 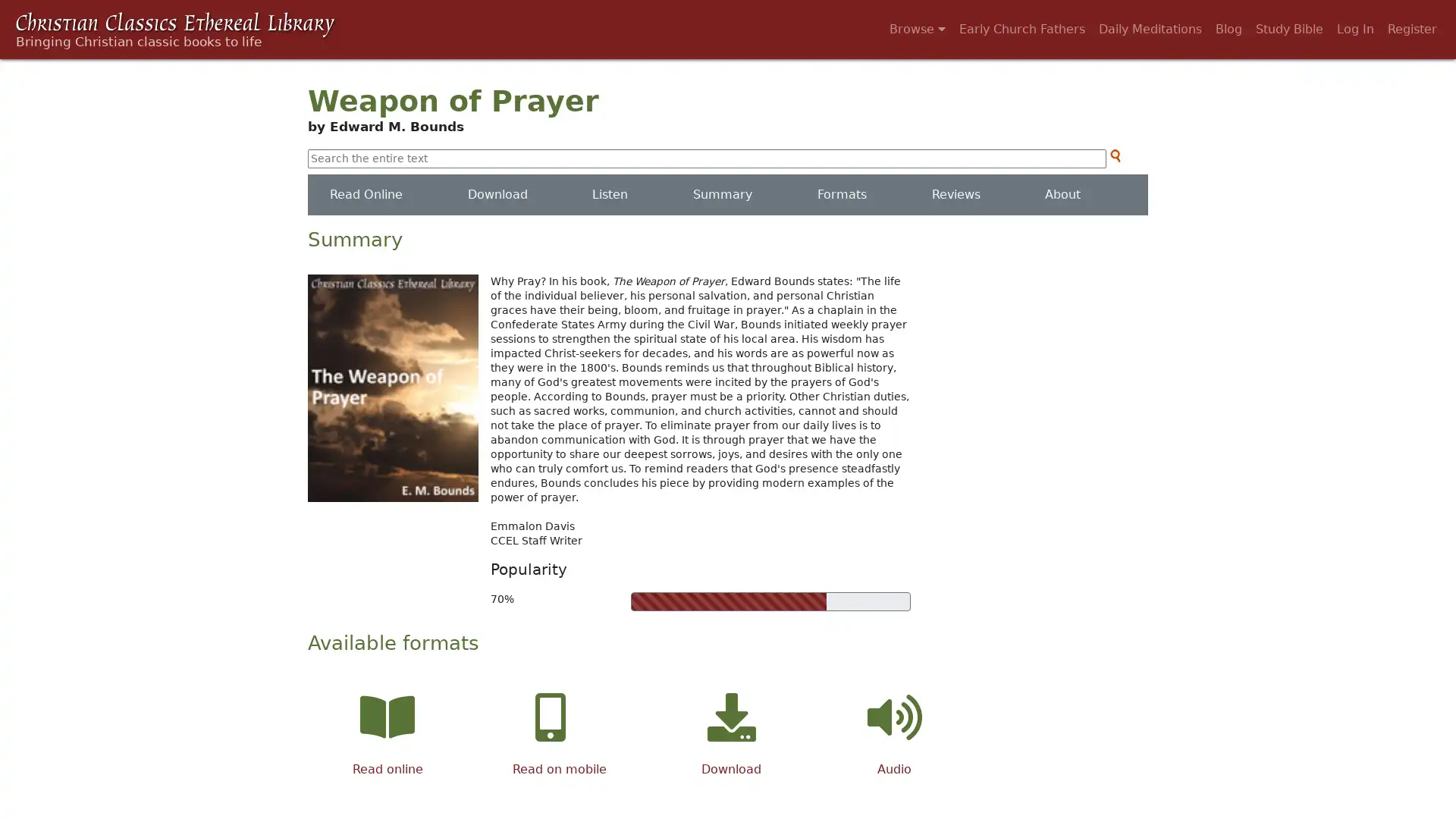 I want to click on Log In, so click(x=1355, y=29).